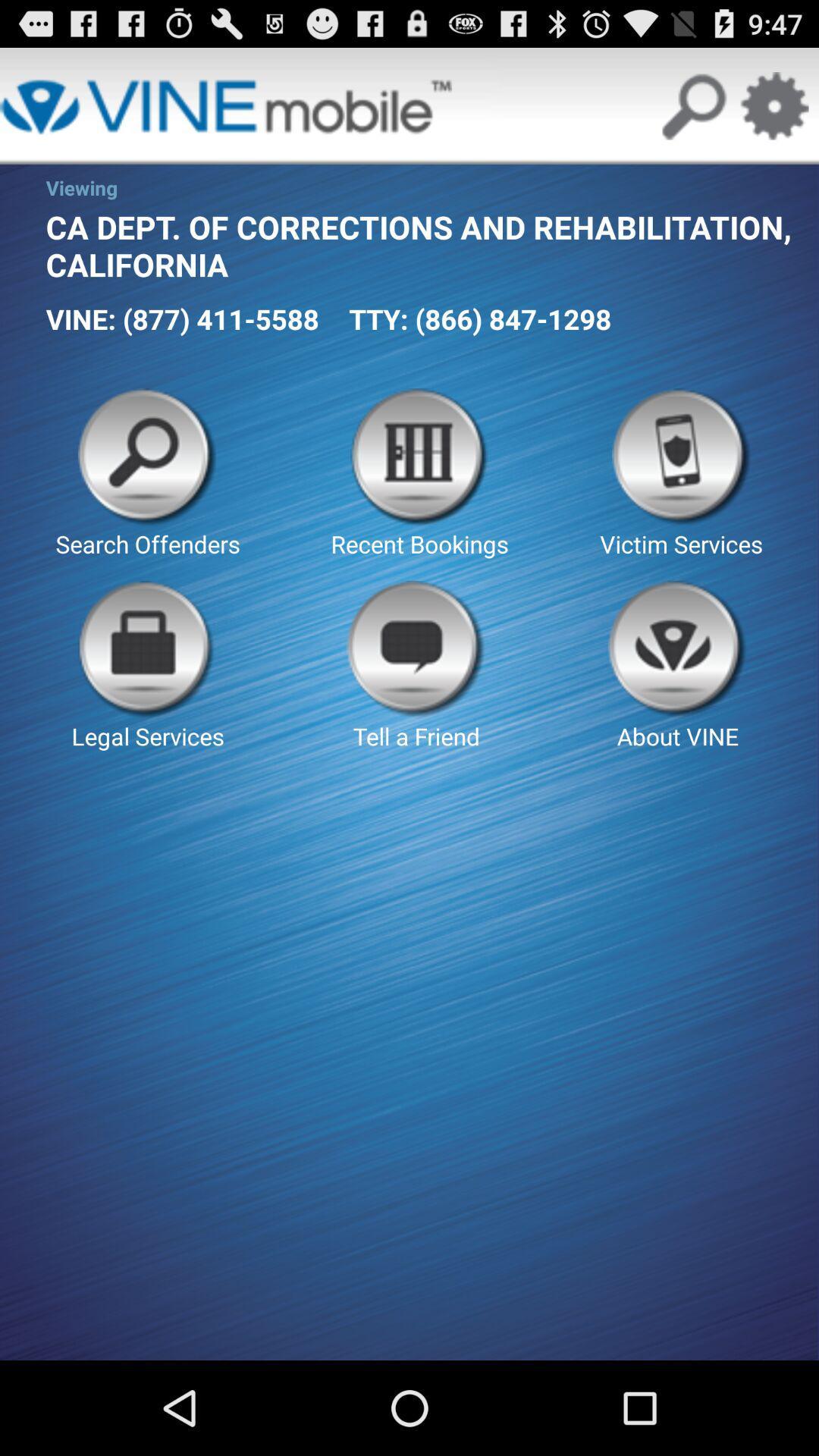 This screenshot has width=819, height=1456. Describe the element at coordinates (148, 473) in the screenshot. I see `the icon above the legal services button` at that location.